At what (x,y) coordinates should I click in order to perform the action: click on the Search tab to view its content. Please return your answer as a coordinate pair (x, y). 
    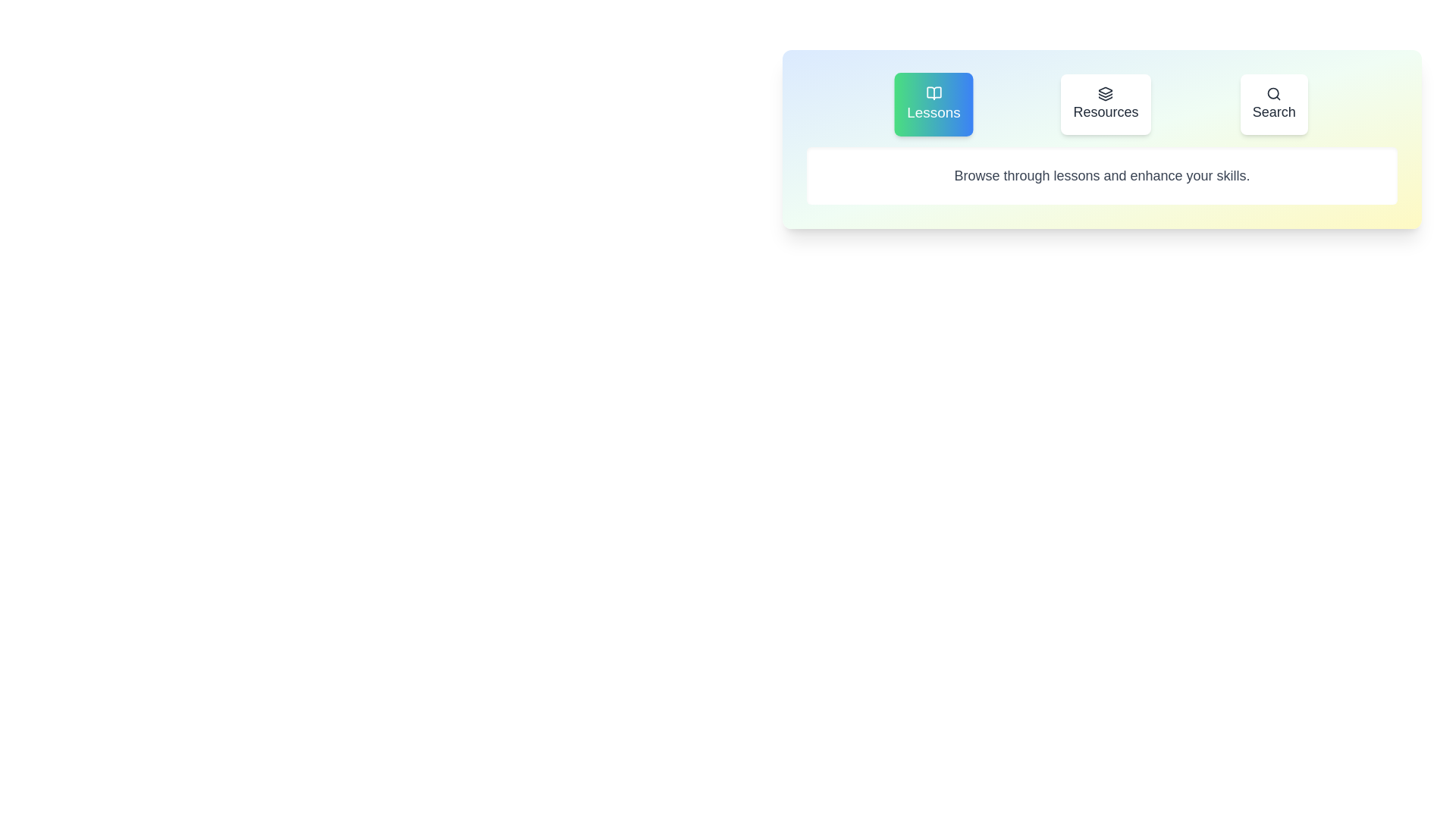
    Looking at the image, I should click on (1274, 104).